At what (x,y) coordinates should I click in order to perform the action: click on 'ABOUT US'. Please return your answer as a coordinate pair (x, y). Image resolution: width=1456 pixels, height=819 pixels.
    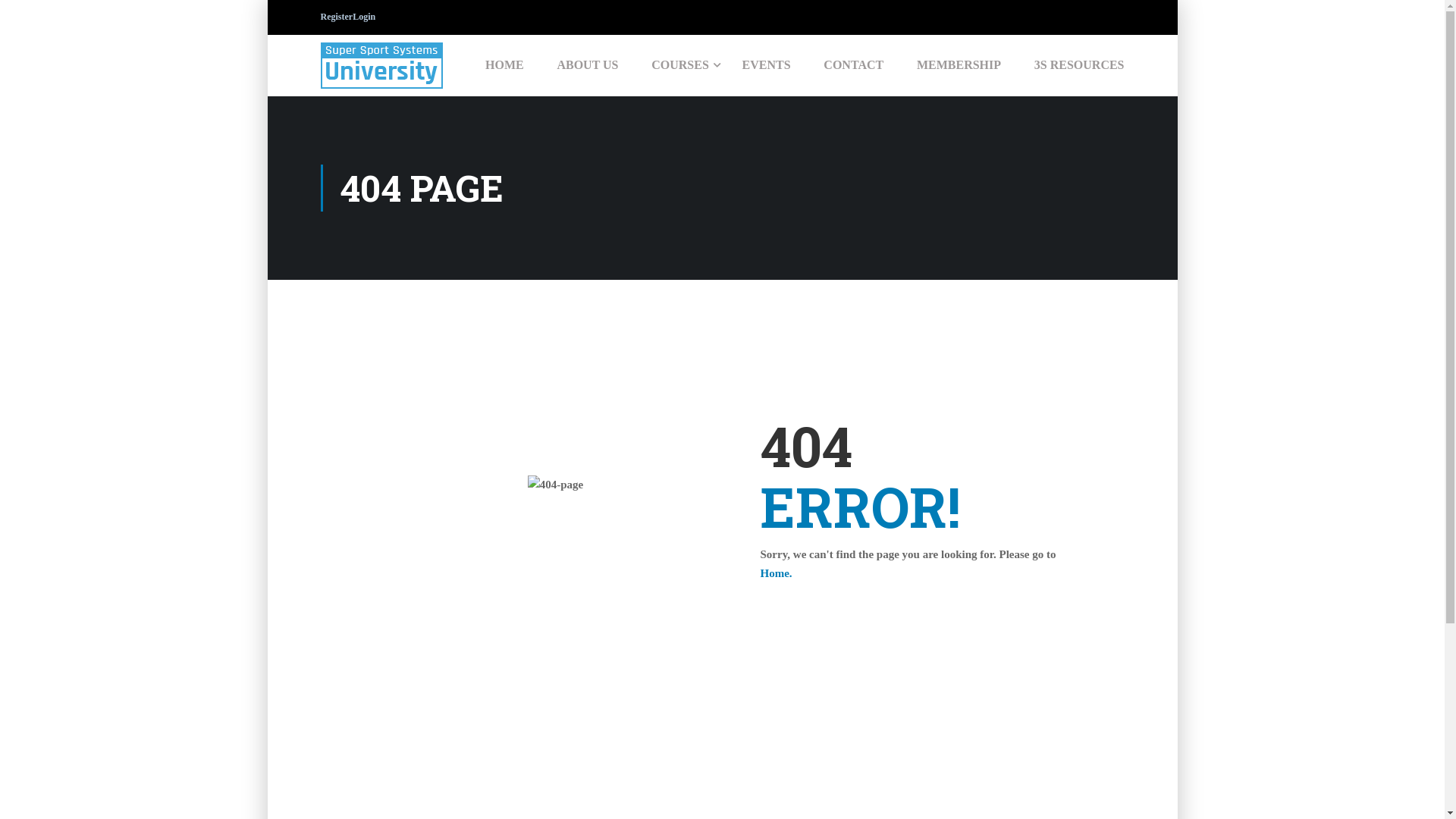
    Looking at the image, I should click on (586, 64).